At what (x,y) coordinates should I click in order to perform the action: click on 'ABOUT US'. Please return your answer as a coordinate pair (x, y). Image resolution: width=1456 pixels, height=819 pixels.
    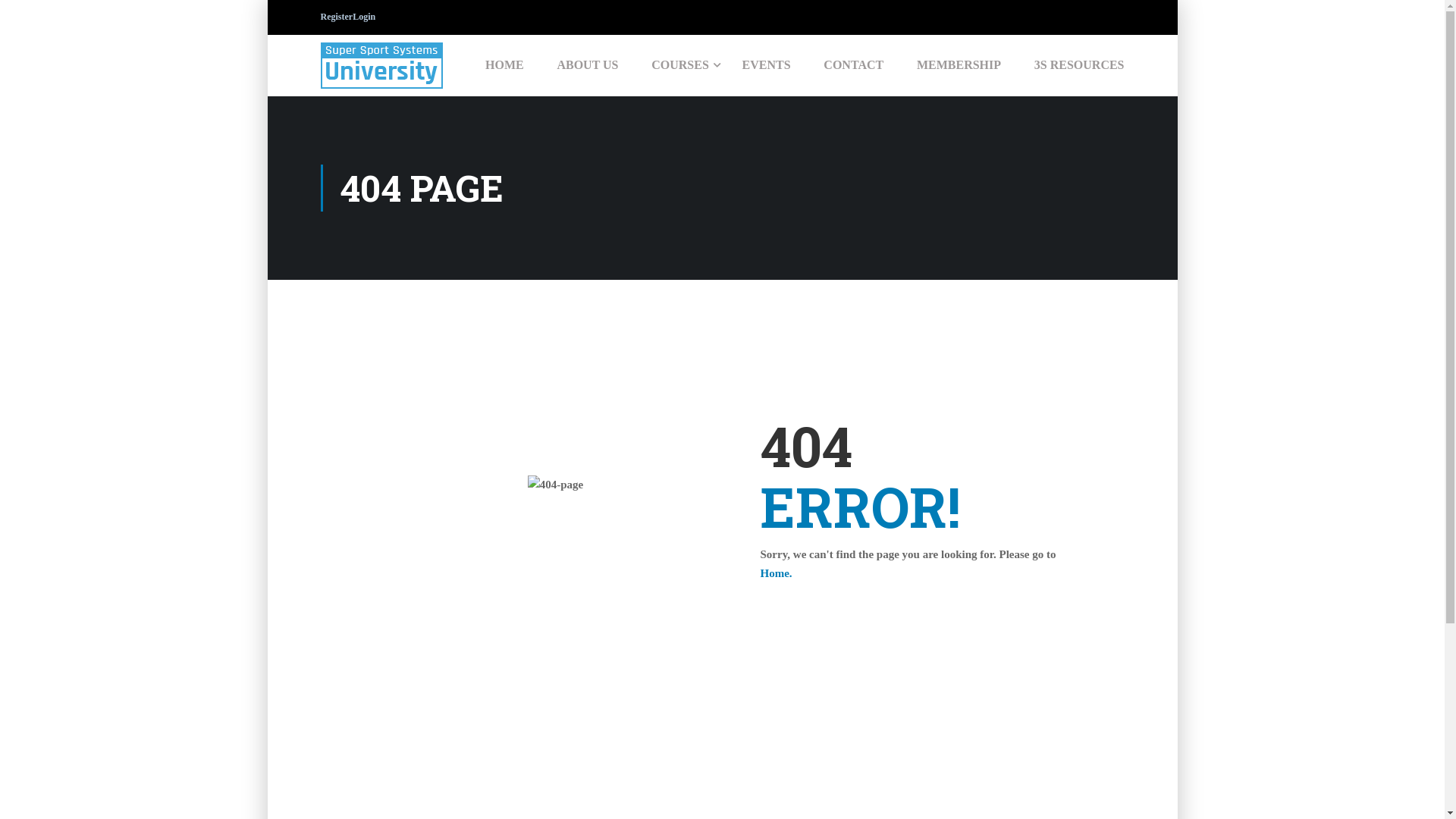
    Looking at the image, I should click on (586, 64).